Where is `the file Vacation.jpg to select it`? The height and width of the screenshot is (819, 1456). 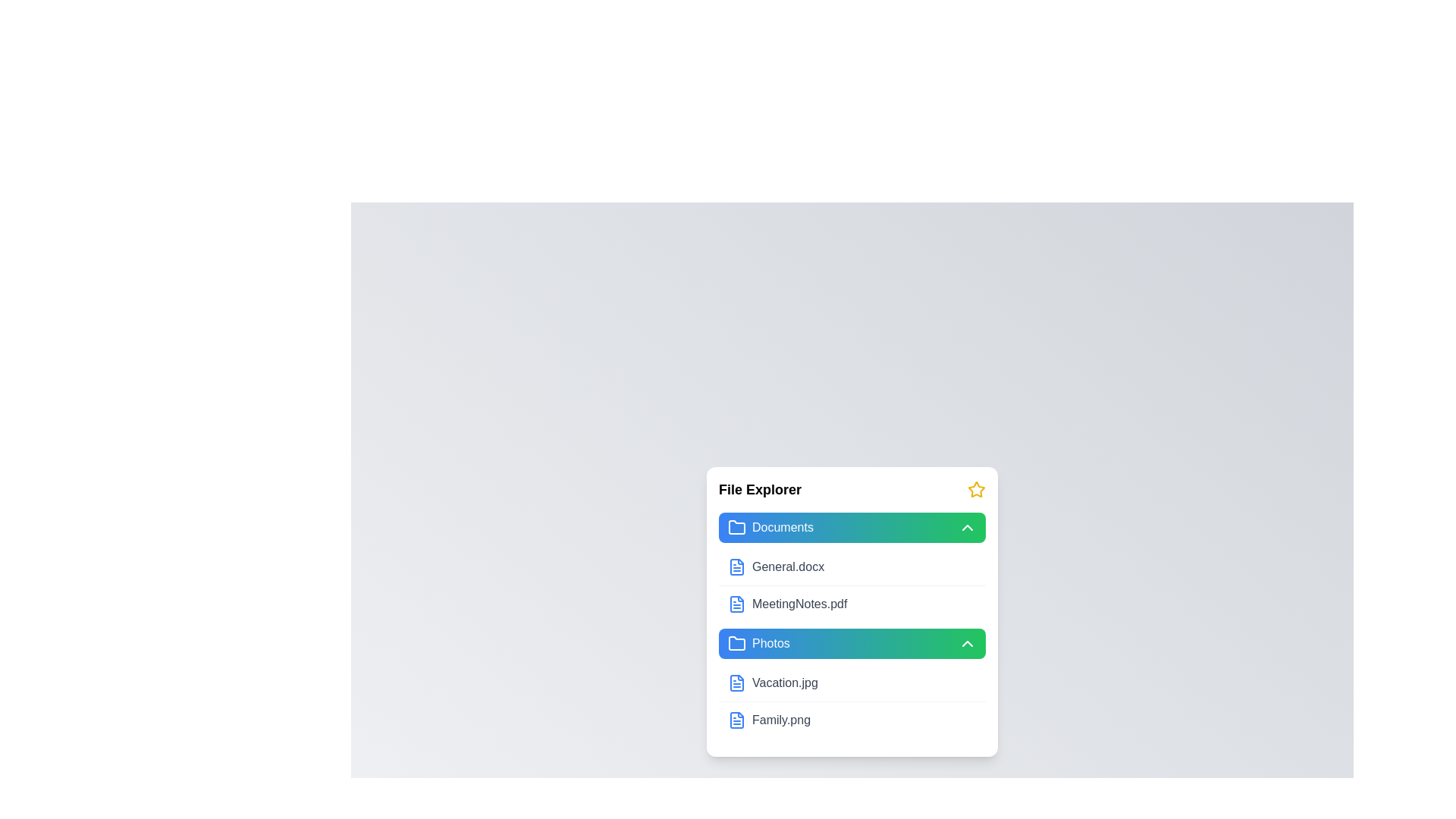 the file Vacation.jpg to select it is located at coordinates (736, 683).